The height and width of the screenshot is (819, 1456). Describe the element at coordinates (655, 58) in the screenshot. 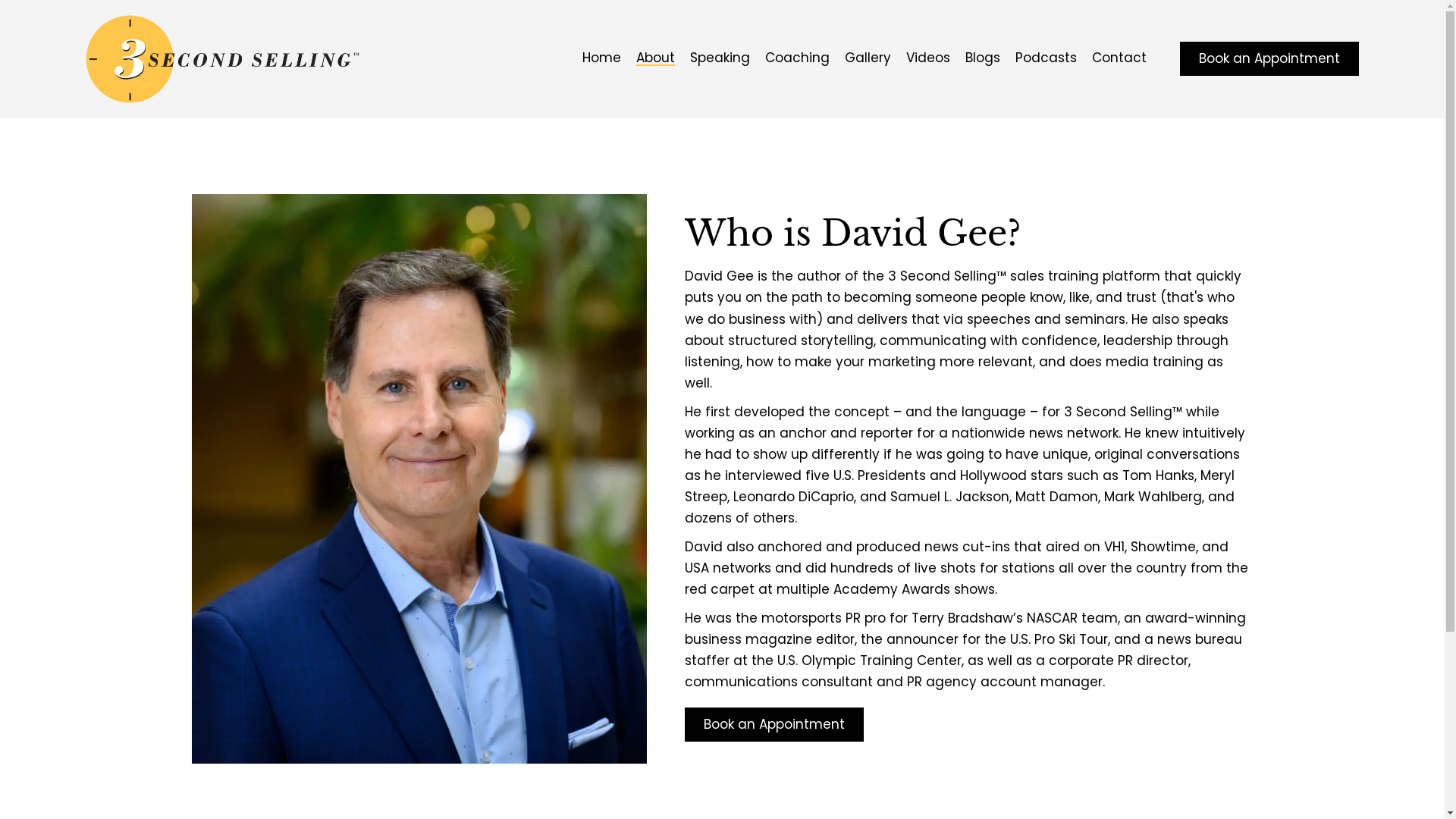

I see `'About'` at that location.